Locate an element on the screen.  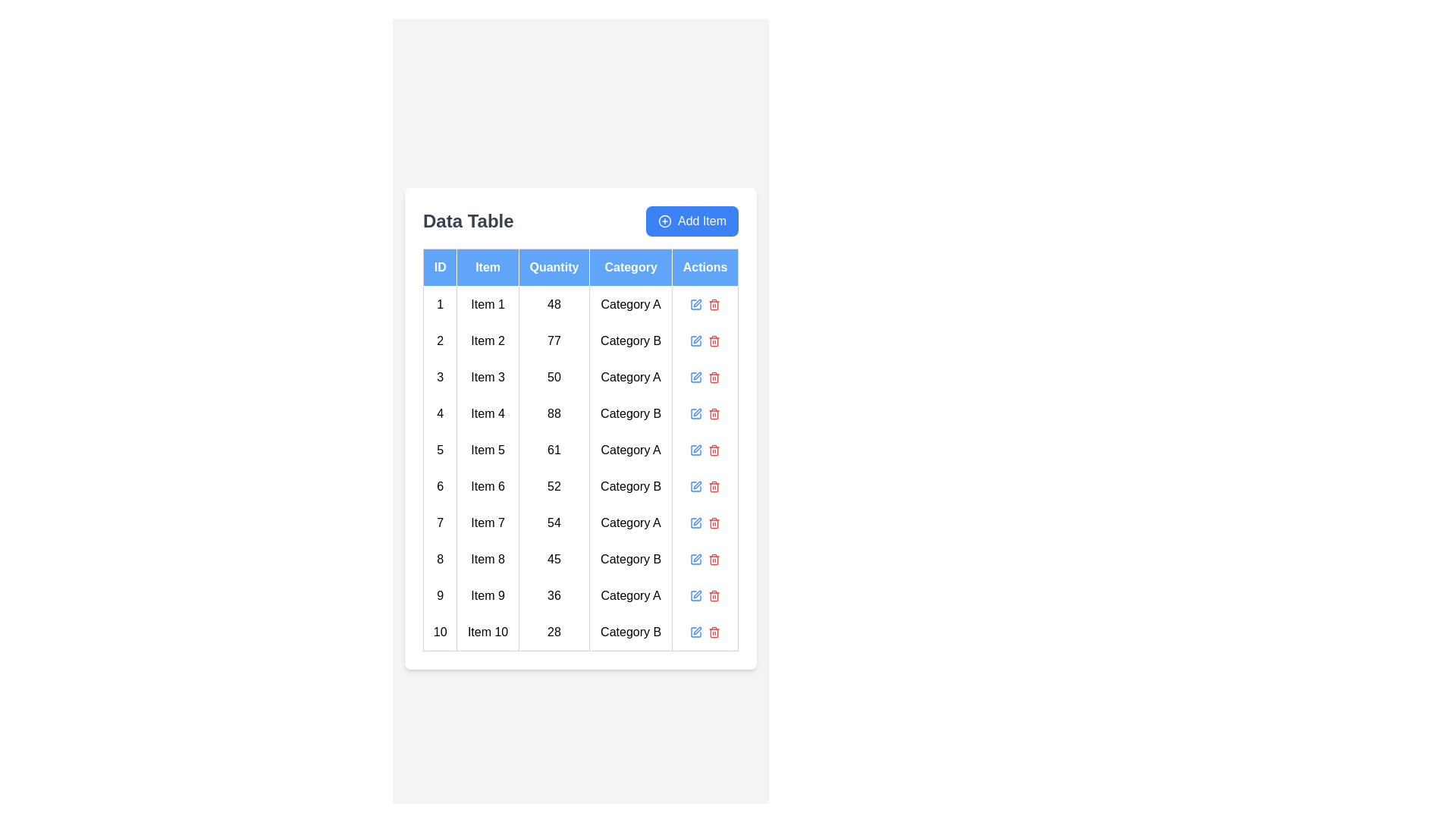
the text label displaying 'Item 1' located in the second cell of the first row of the table structure is located at coordinates (488, 304).